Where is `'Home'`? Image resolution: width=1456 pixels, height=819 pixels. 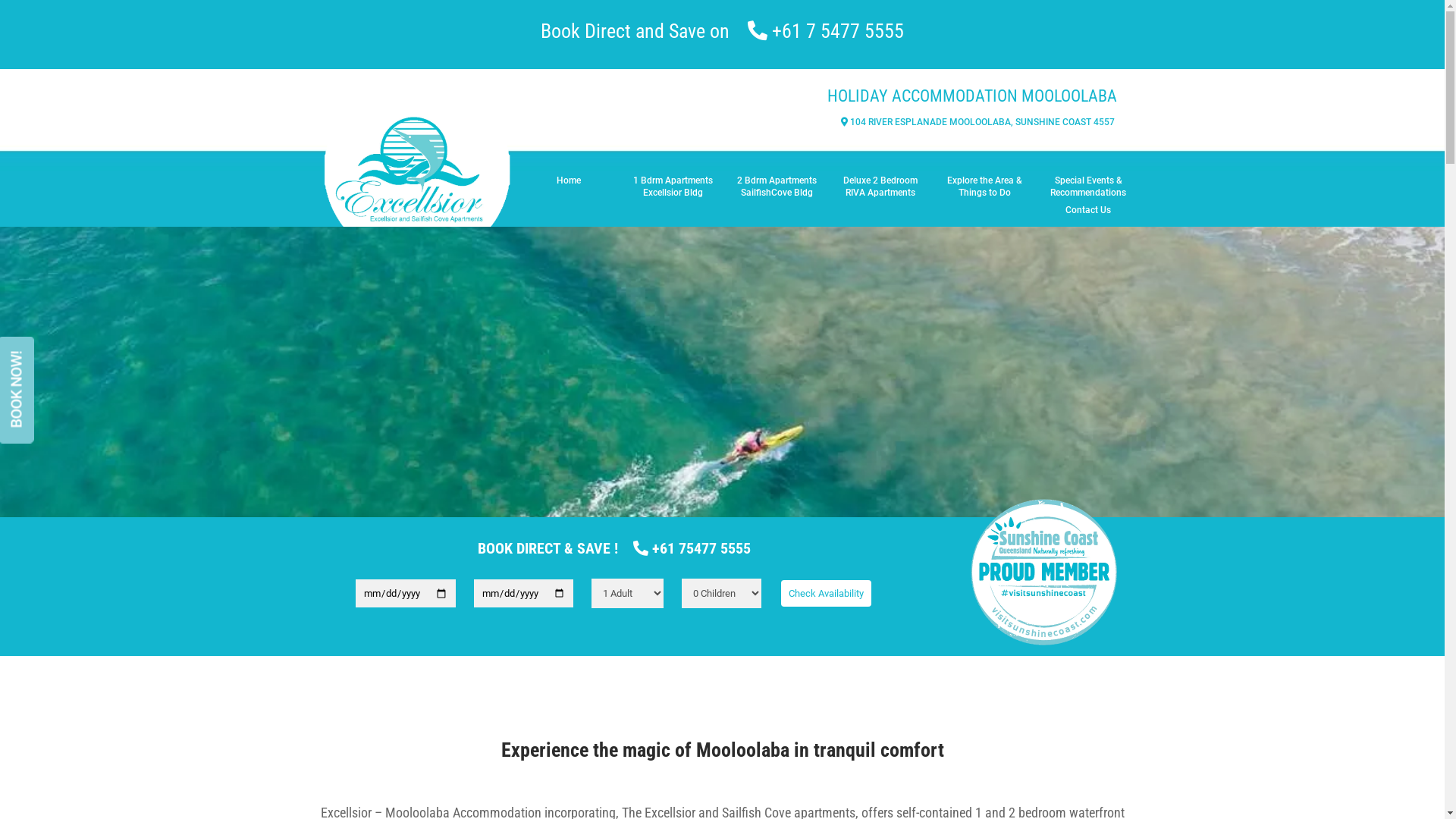
'Home' is located at coordinates (567, 186).